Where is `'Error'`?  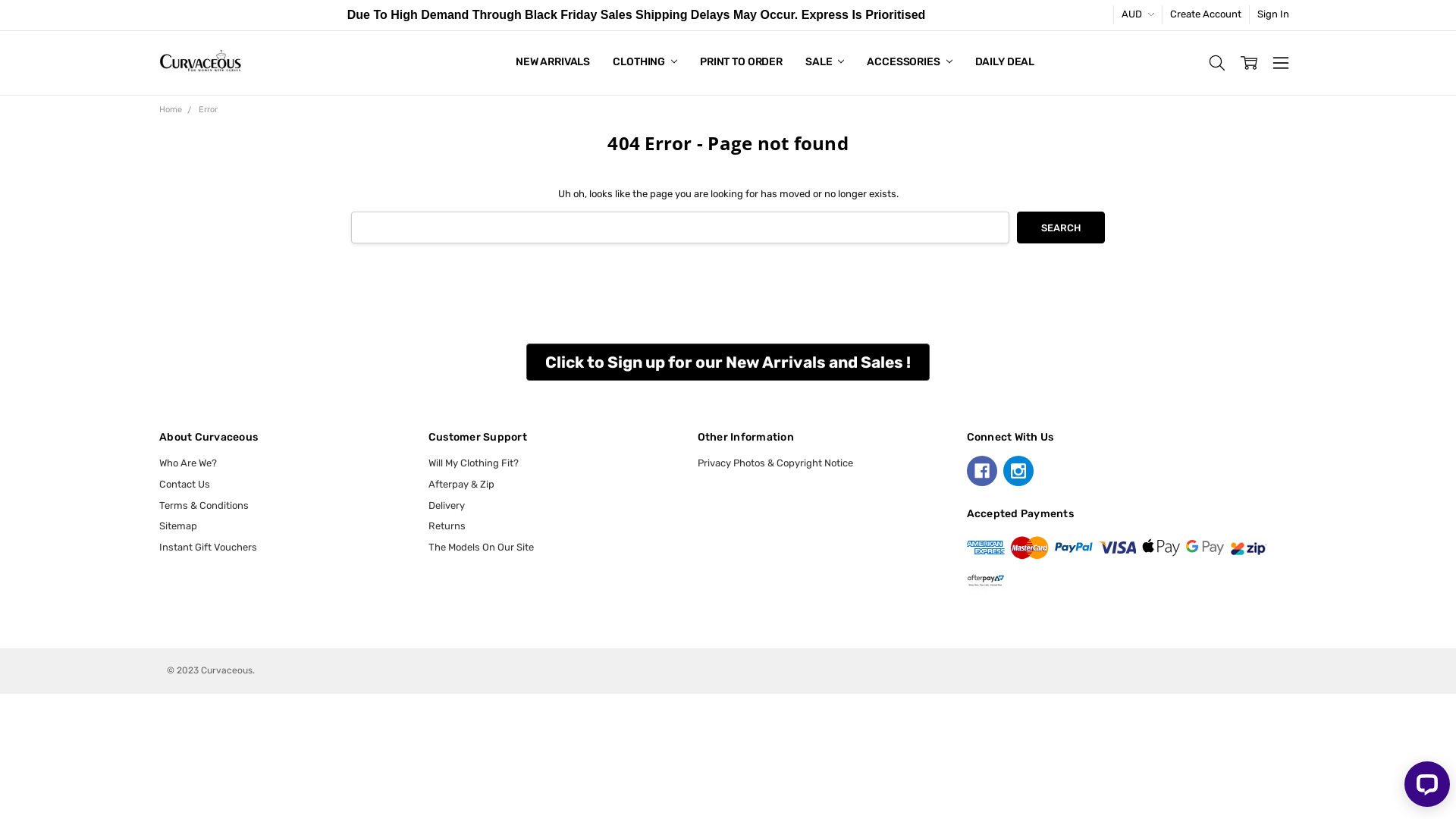 'Error' is located at coordinates (207, 108).